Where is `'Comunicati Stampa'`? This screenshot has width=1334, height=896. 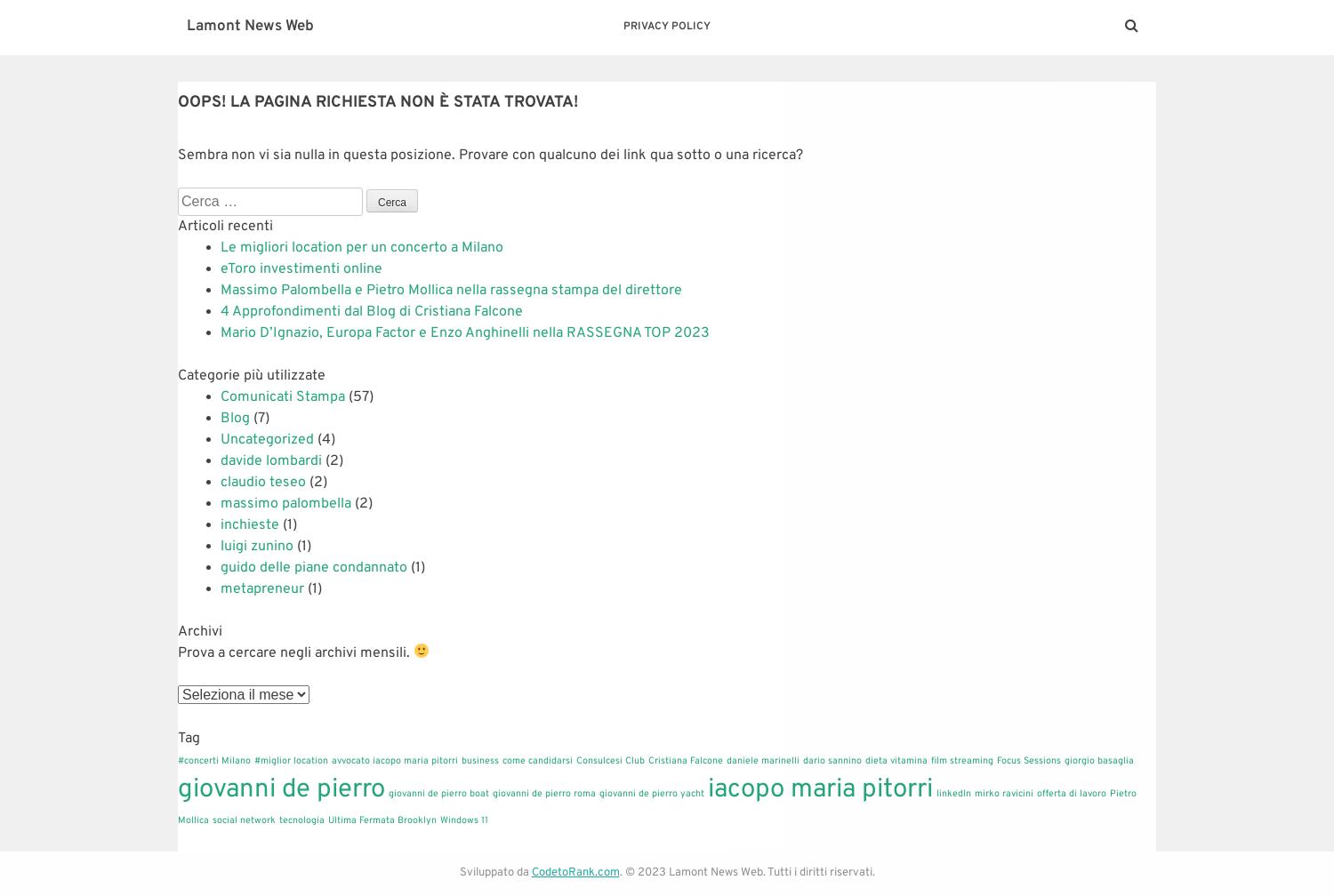 'Comunicati Stampa' is located at coordinates (282, 396).